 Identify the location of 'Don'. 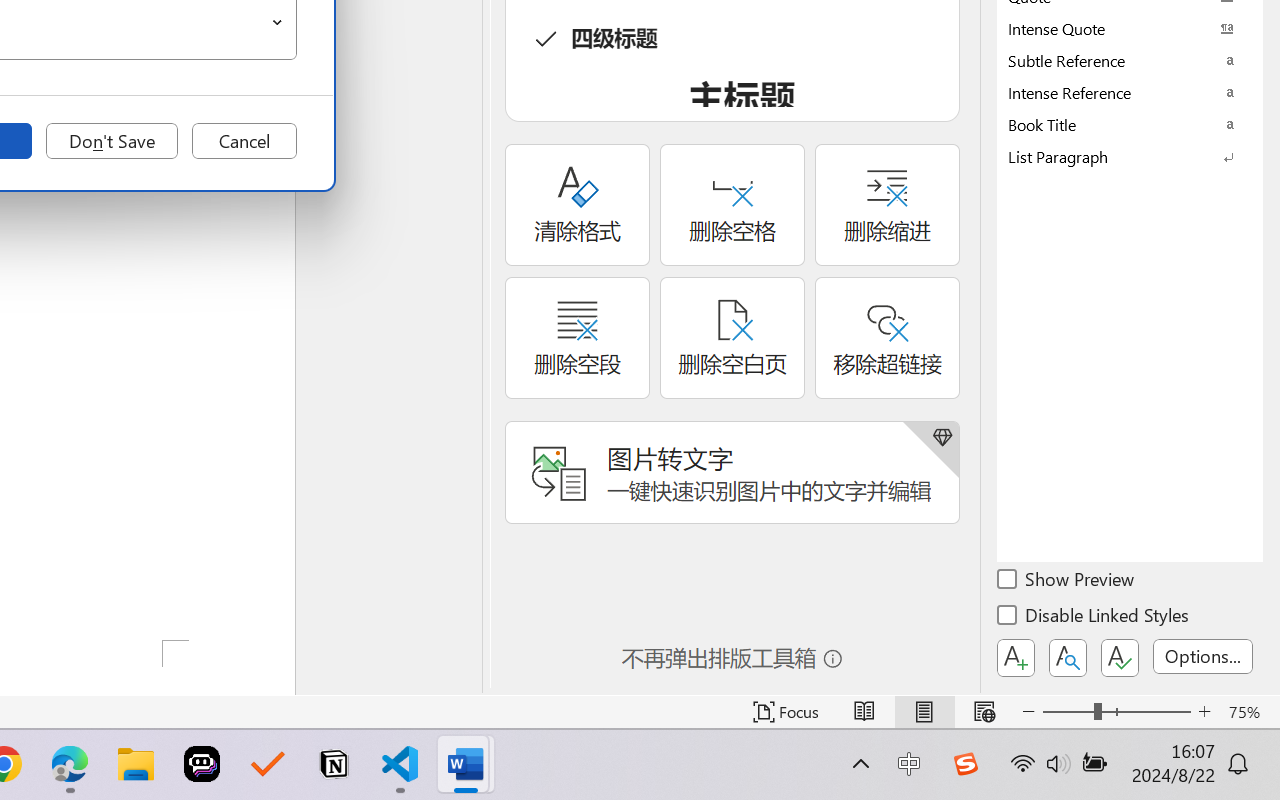
(111, 141).